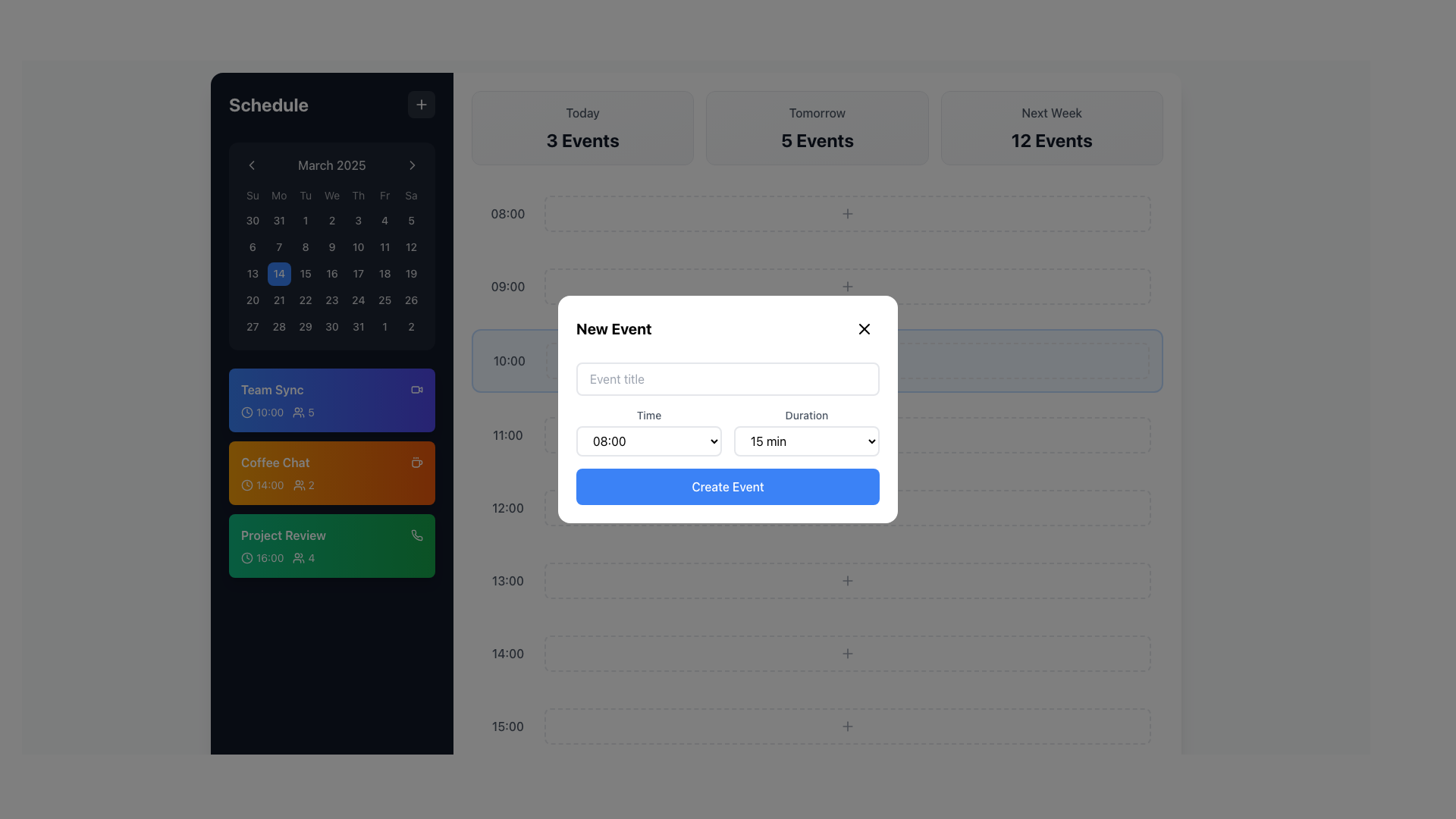 Image resolution: width=1456 pixels, height=819 pixels. What do you see at coordinates (331, 412) in the screenshot?
I see `the informational display component located at the bottom-center area of the 'Team Sync' schedule card, which provides details about the time, participants, and event indicators` at bounding box center [331, 412].